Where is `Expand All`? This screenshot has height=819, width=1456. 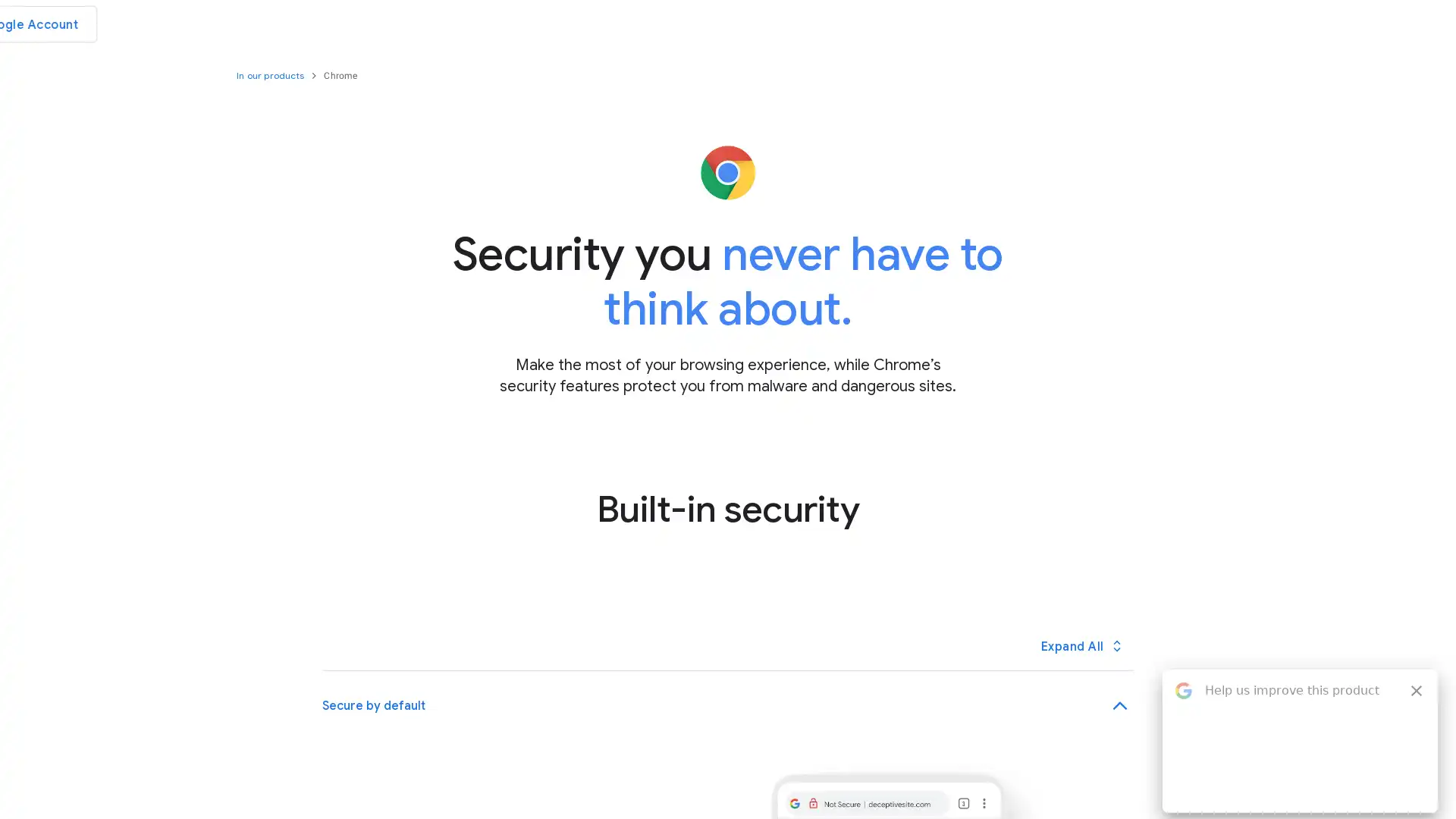 Expand All is located at coordinates (1081, 646).